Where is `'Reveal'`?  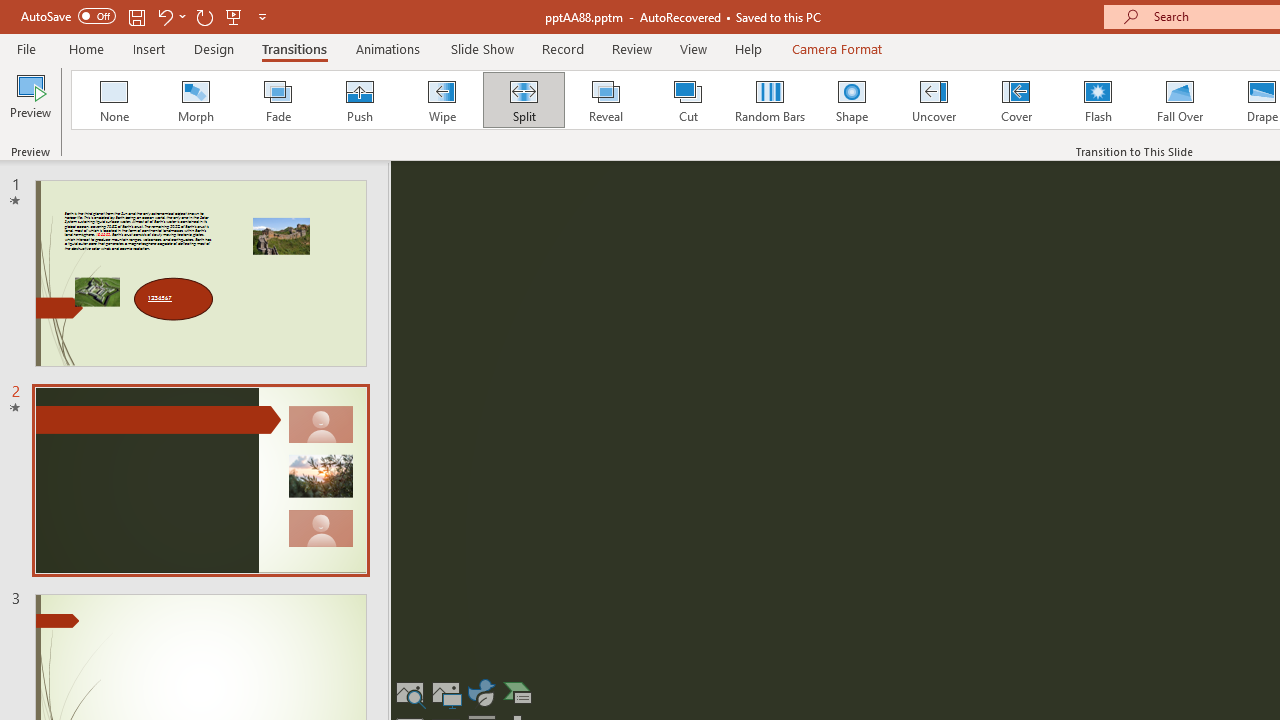
'Reveal' is located at coordinates (604, 100).